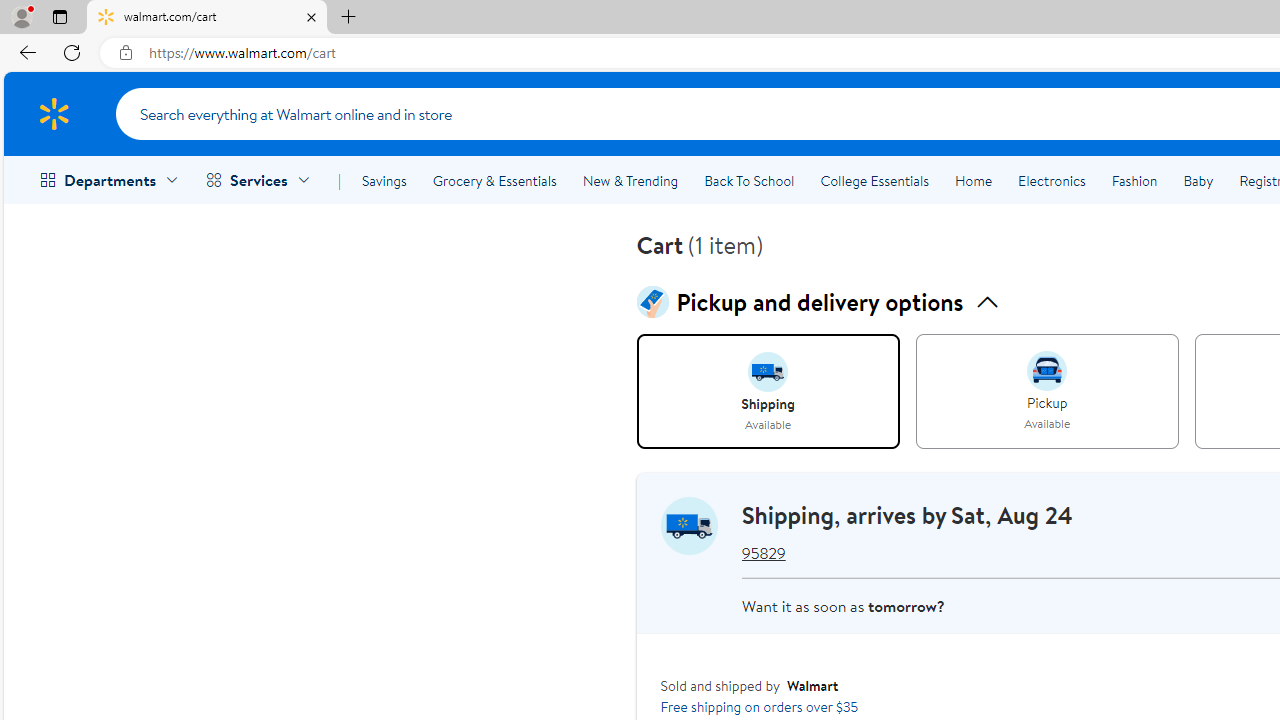  I want to click on 'New & Trending', so click(630, 181).